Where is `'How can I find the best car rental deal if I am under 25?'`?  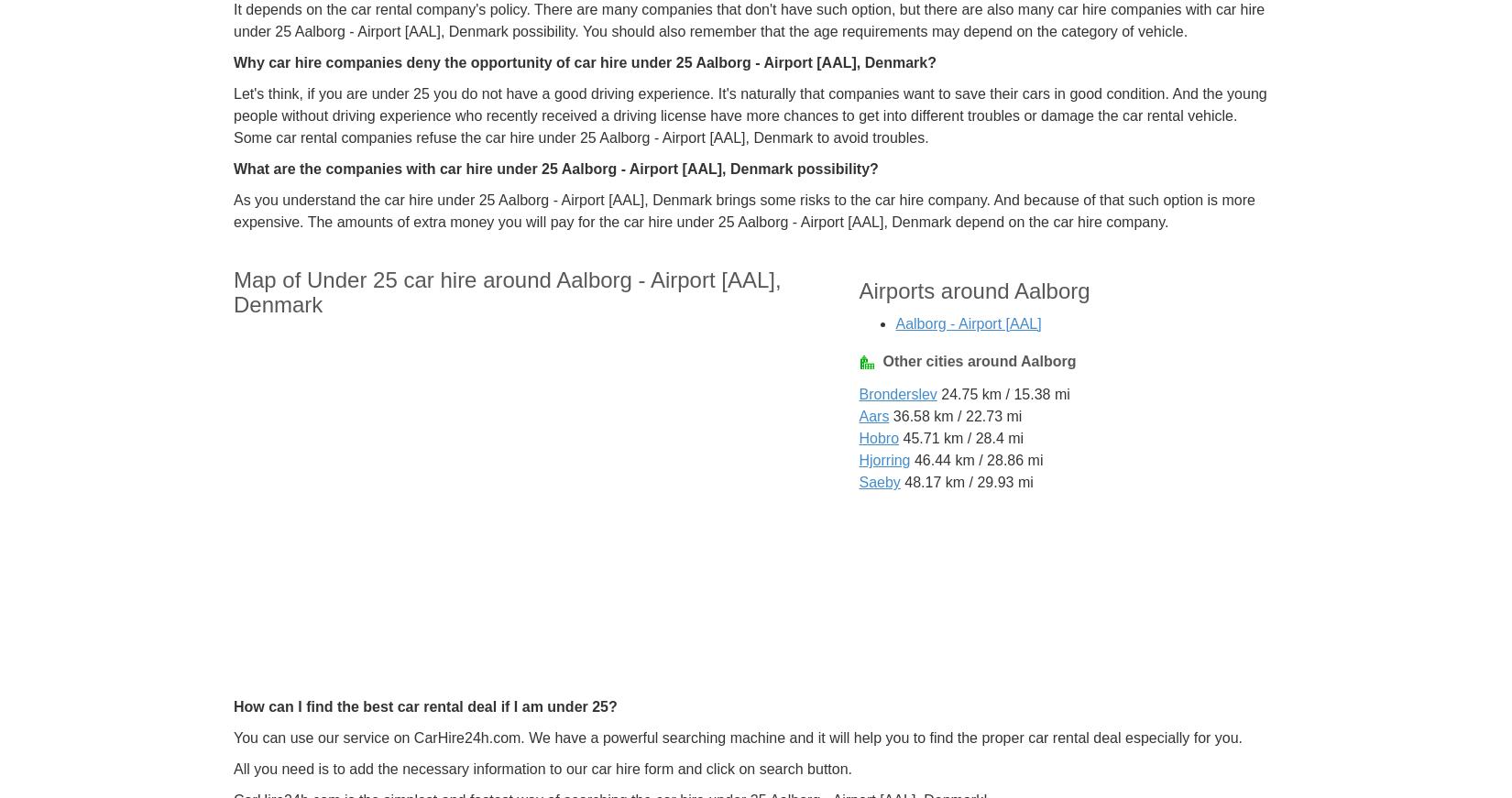 'How can I find the best car rental deal if I am under 25?' is located at coordinates (423, 705).